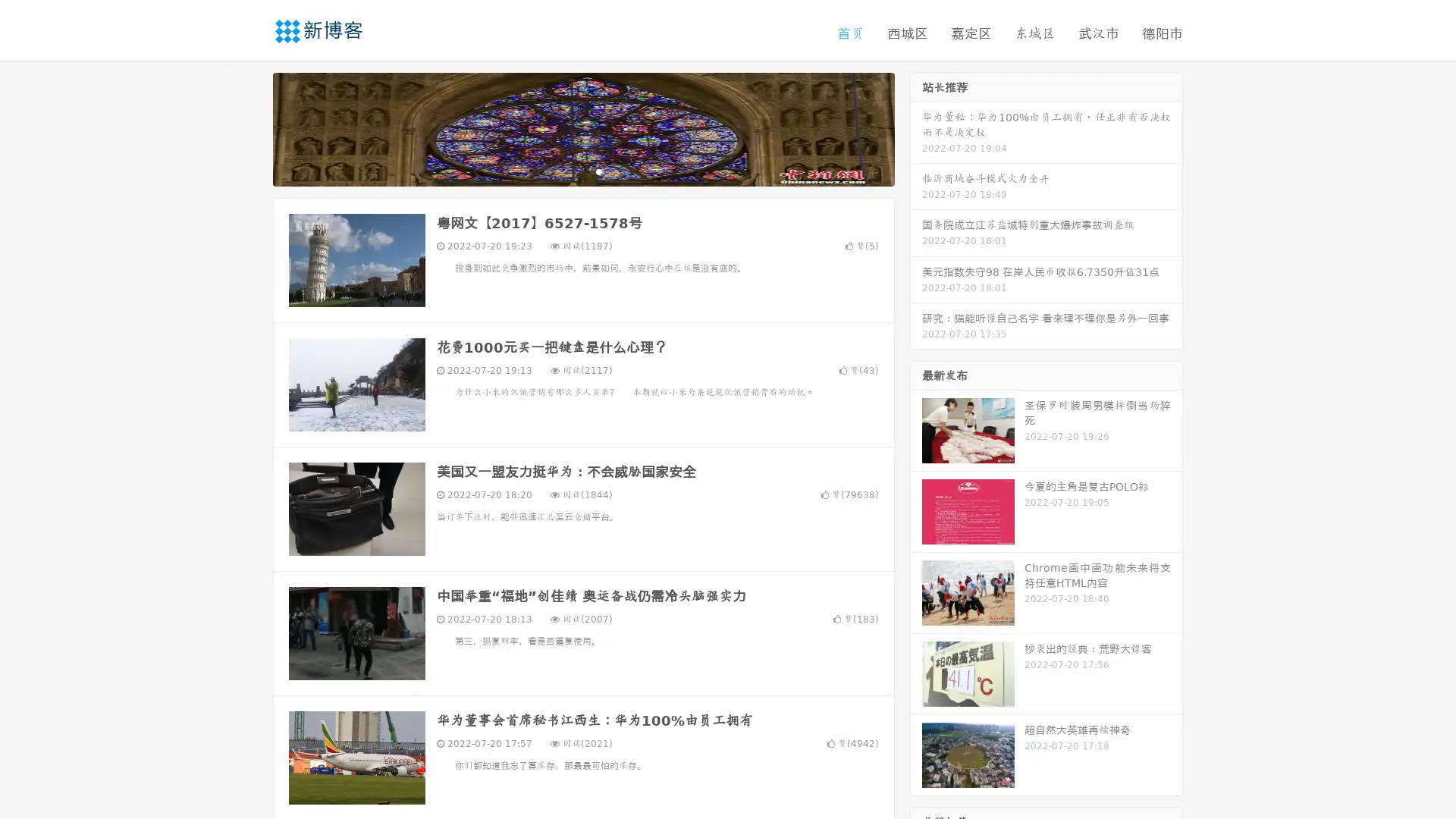 The width and height of the screenshot is (1456, 819). I want to click on Go to slide 2, so click(582, 171).